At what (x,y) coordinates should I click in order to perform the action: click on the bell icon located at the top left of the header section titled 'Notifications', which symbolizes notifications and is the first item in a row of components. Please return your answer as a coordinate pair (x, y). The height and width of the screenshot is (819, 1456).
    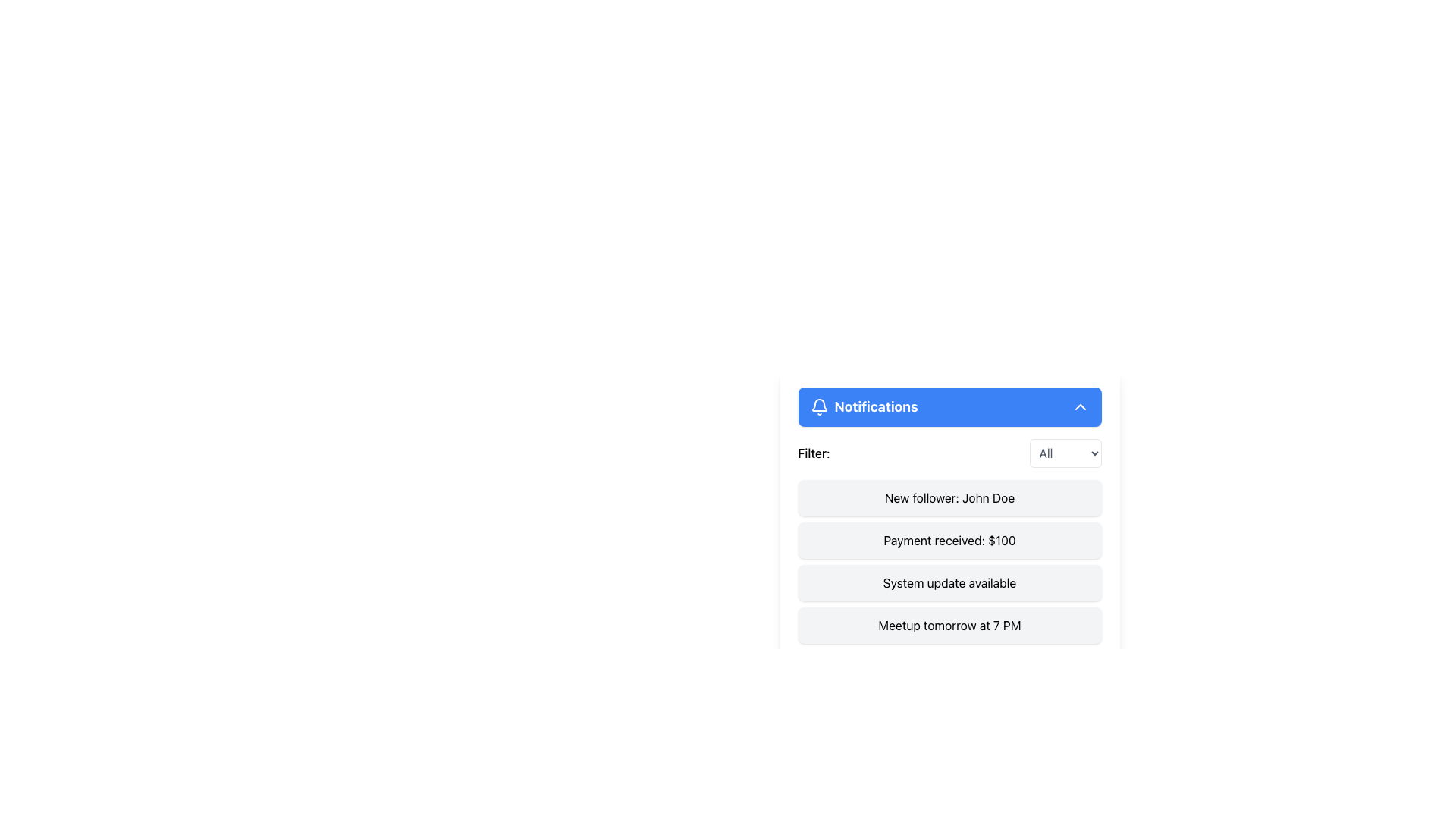
    Looking at the image, I should click on (818, 406).